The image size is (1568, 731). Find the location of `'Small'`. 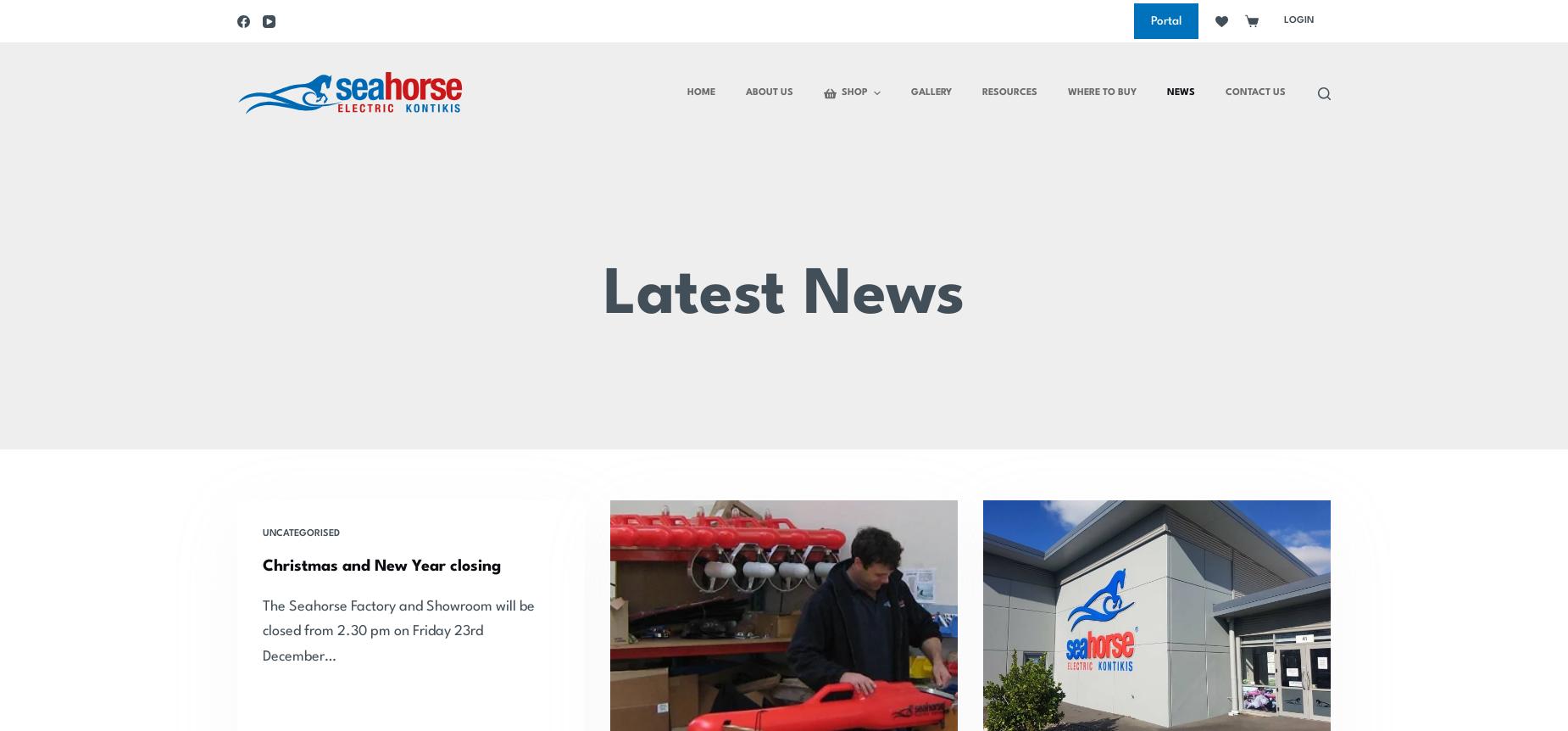

'Small' is located at coordinates (549, 9).